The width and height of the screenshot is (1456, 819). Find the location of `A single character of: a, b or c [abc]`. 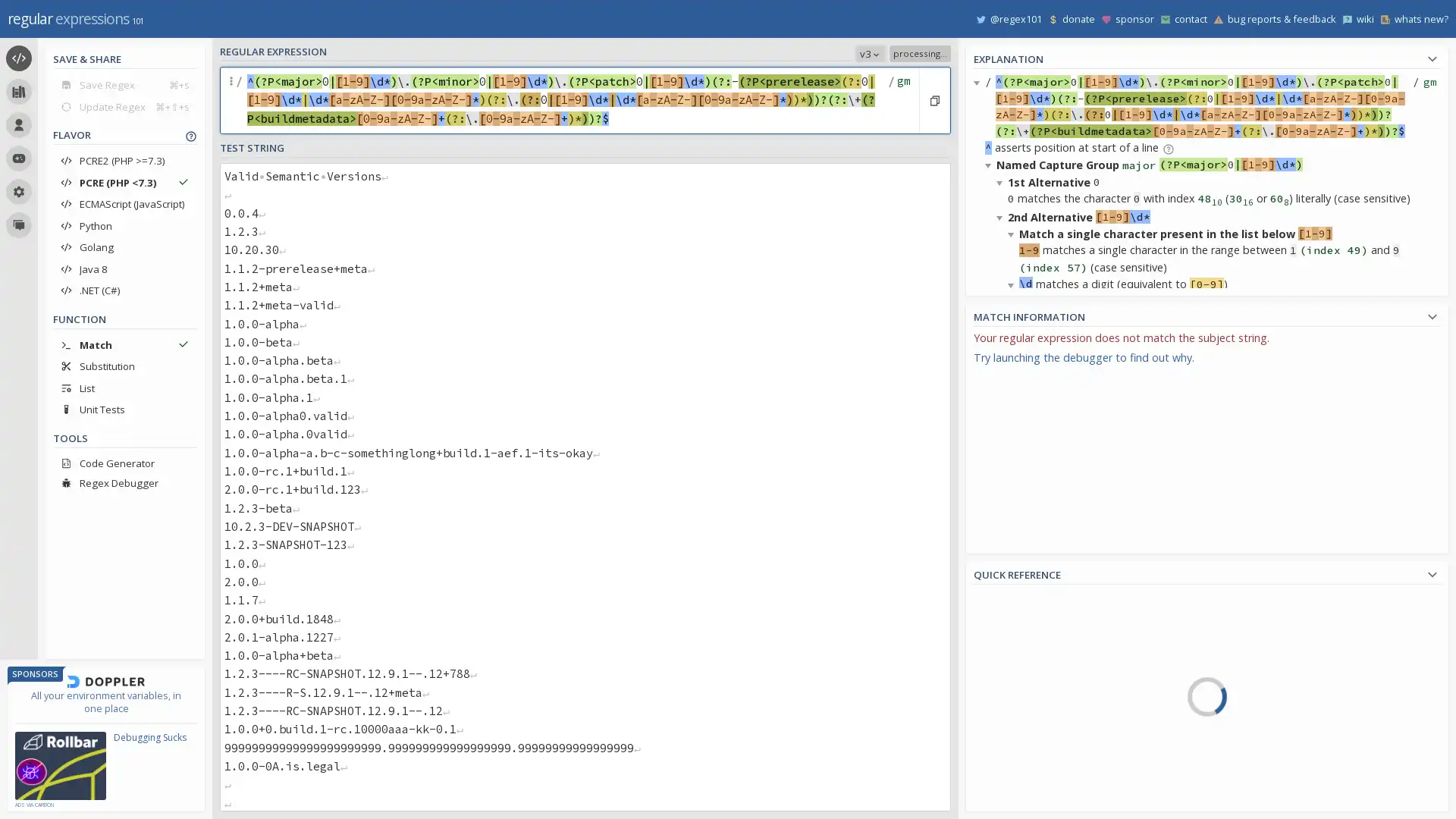

A single character of: a, b or c [abc] is located at coordinates (1282, 599).